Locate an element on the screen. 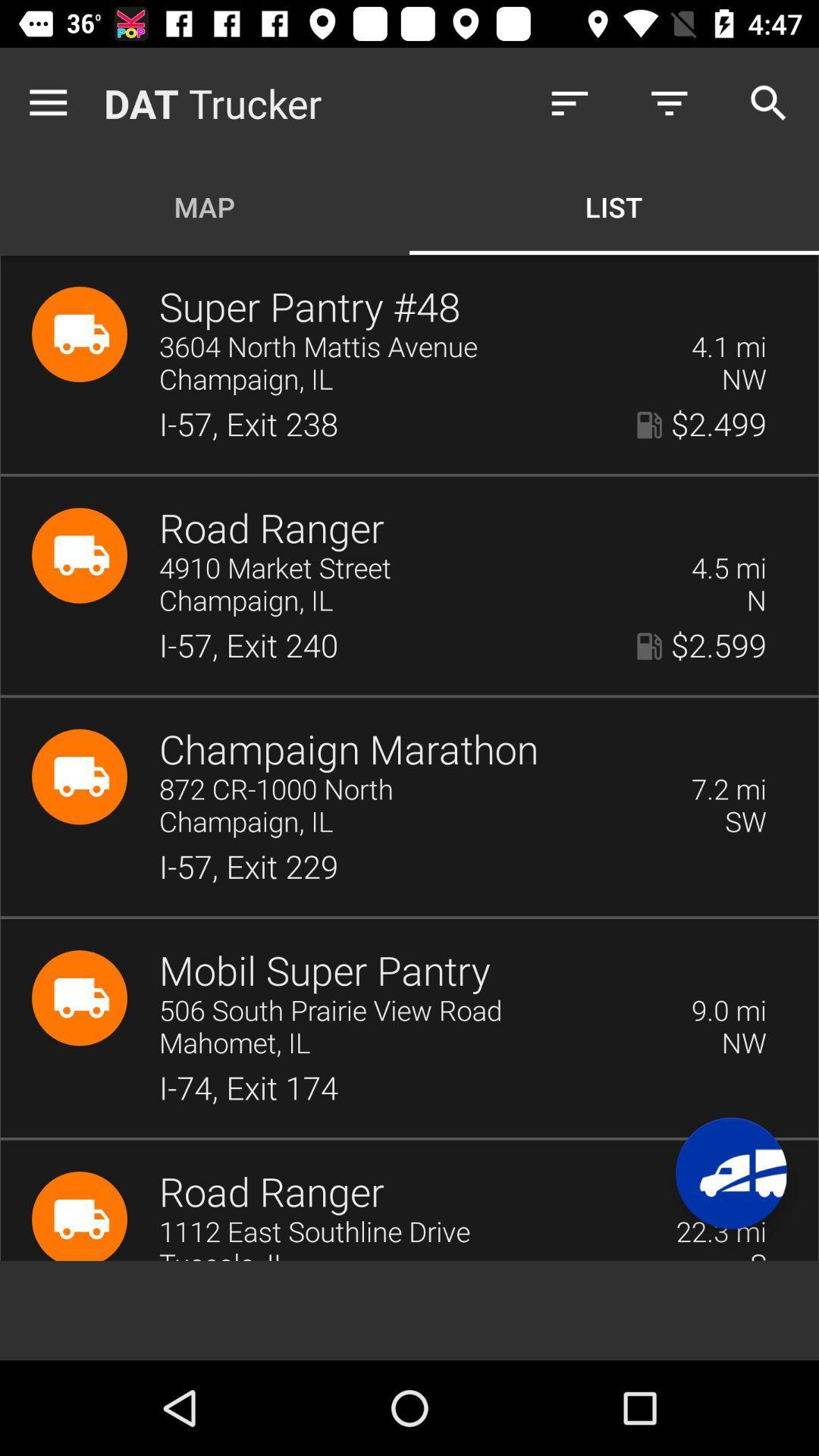 This screenshot has height=1456, width=819. the icon below the 1112 east southline is located at coordinates (444, 1254).